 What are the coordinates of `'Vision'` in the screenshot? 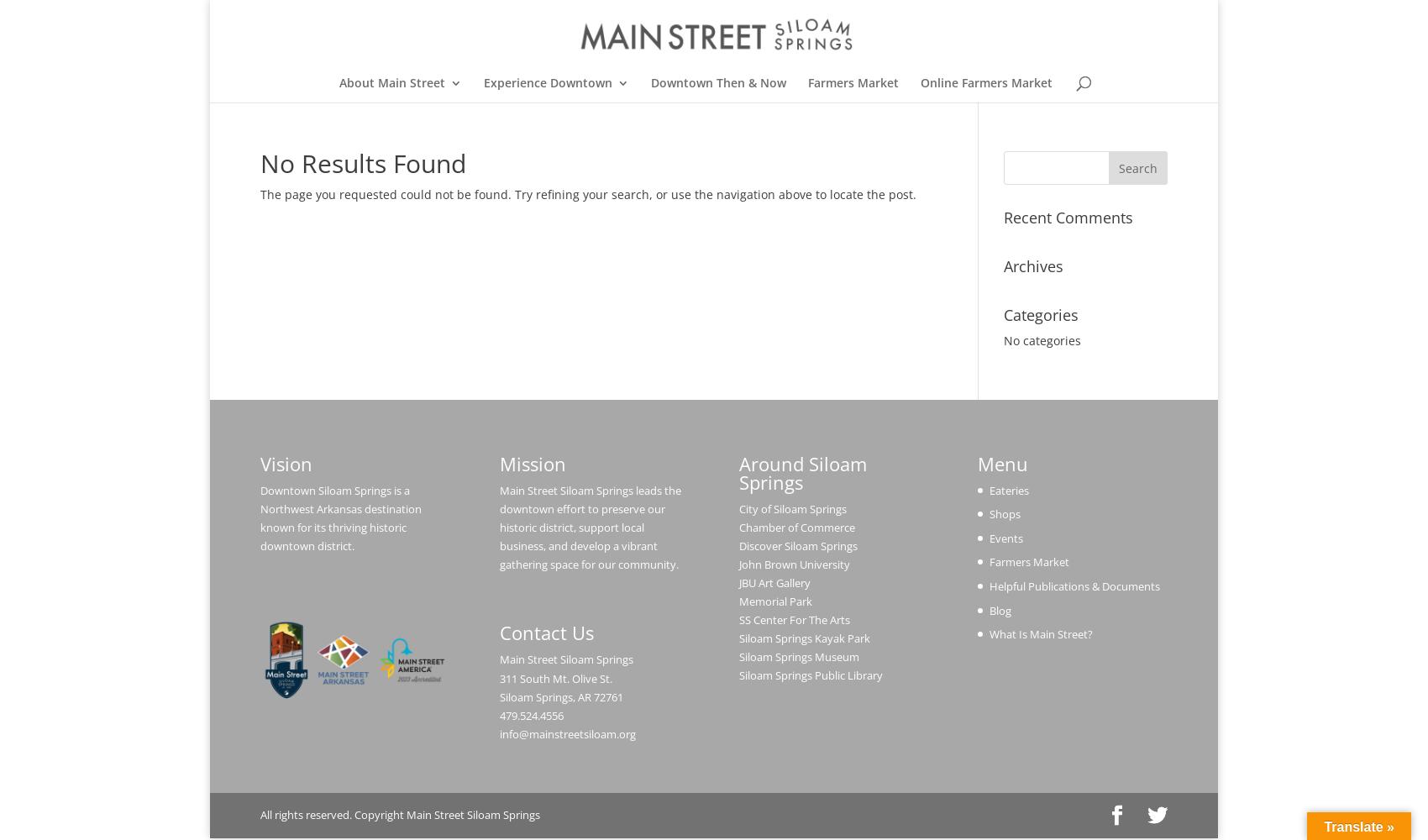 It's located at (286, 463).